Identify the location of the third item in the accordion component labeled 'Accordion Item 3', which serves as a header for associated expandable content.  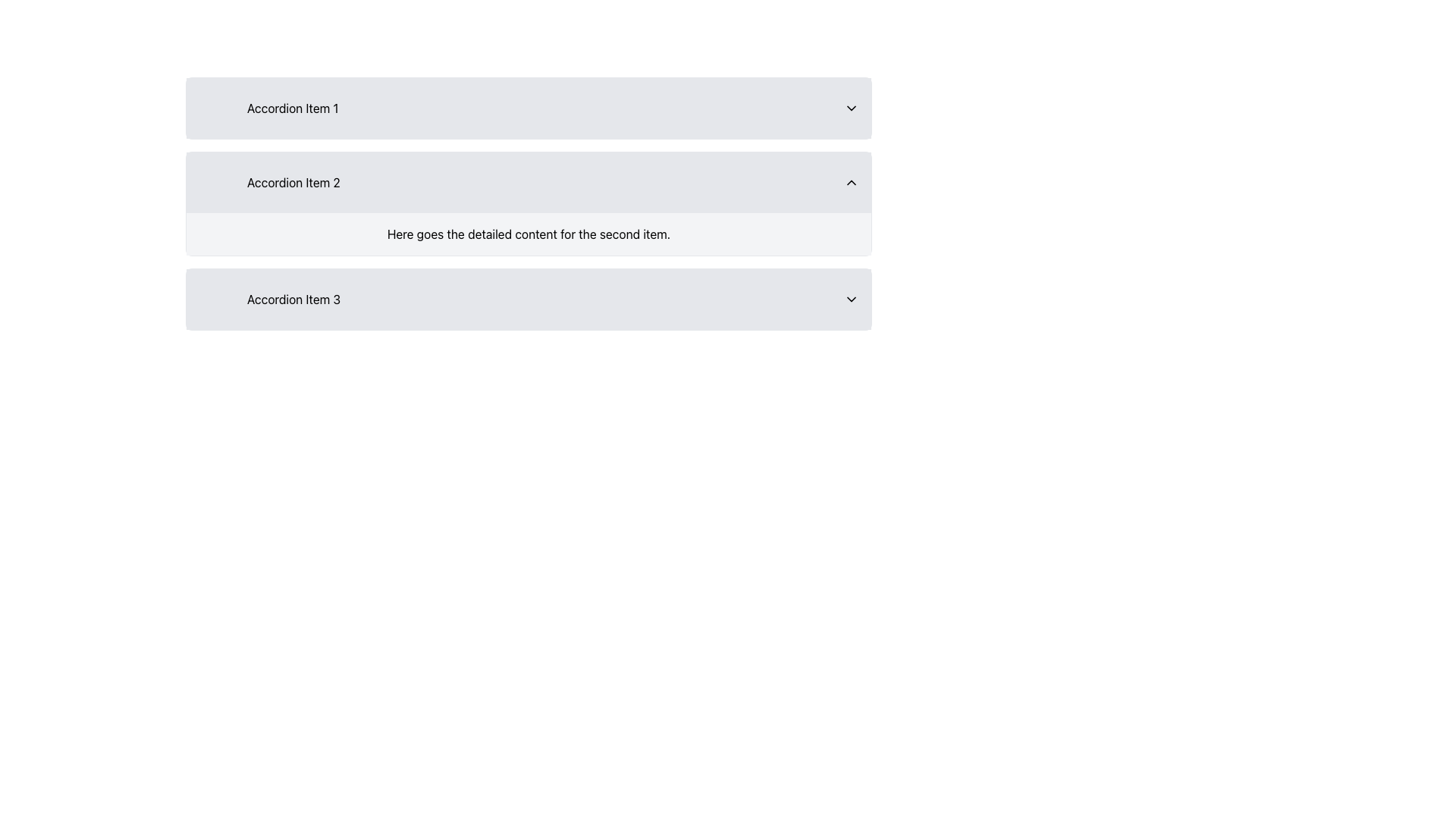
(269, 299).